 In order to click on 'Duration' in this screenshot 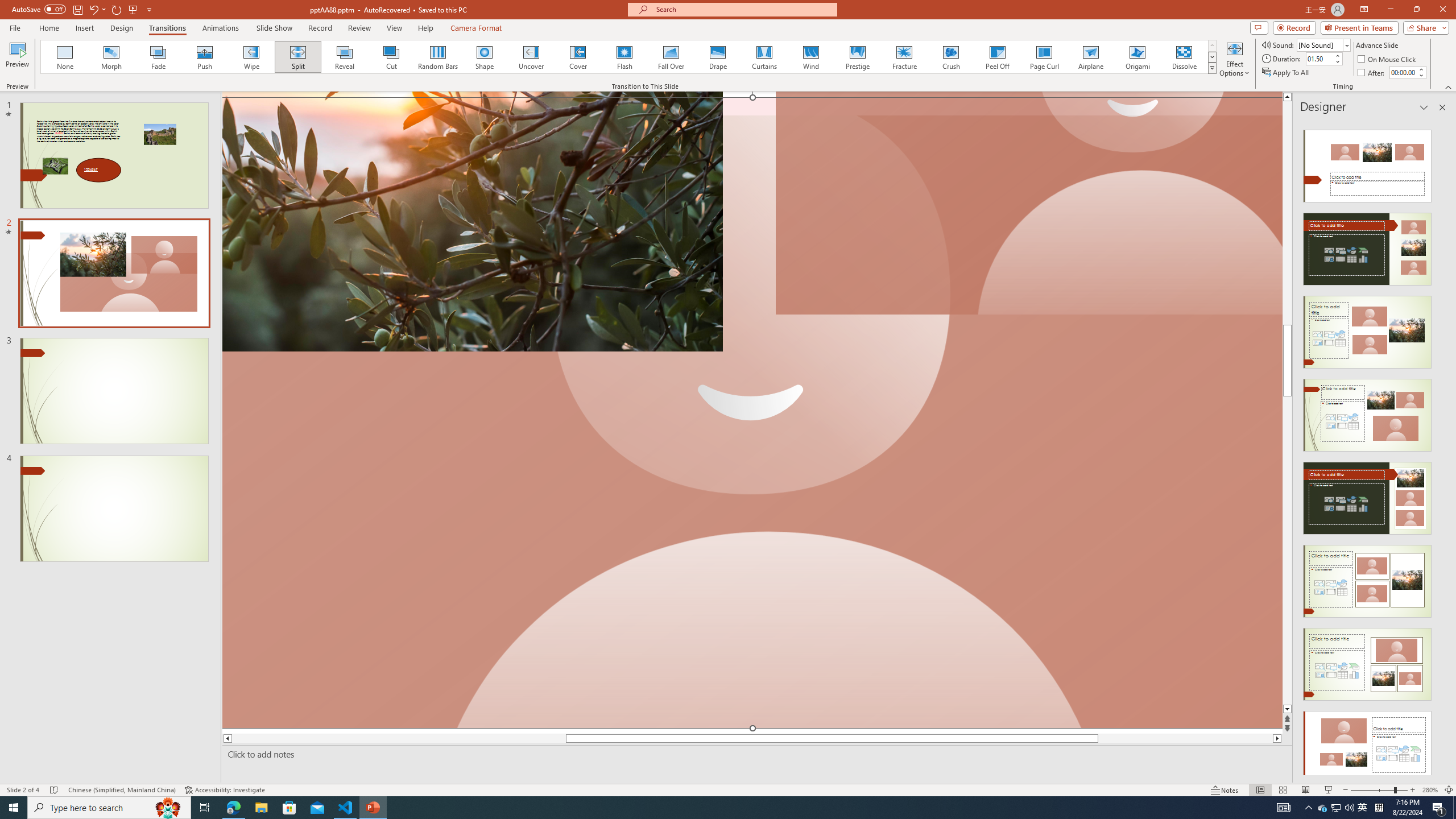, I will do `click(1319, 58)`.